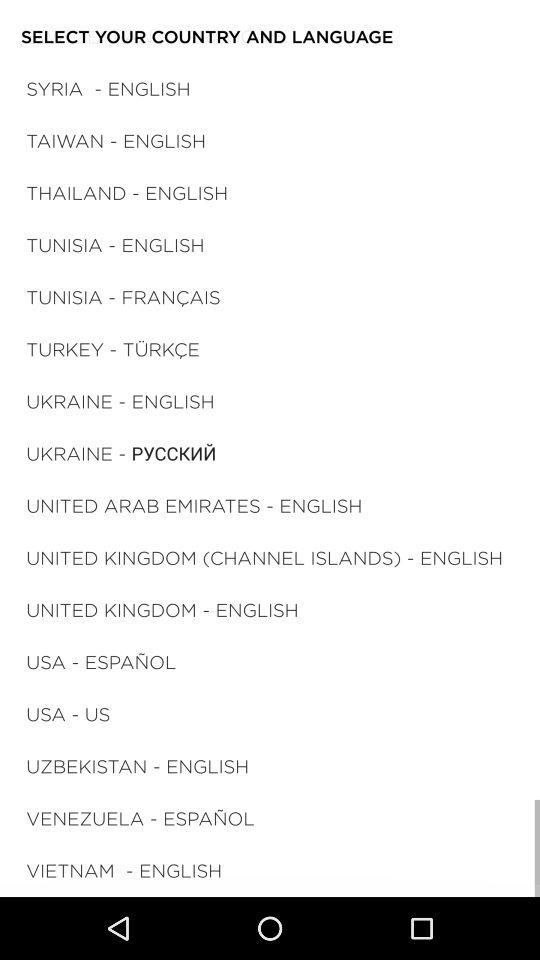  What do you see at coordinates (115, 244) in the screenshot?
I see `the tunisia - english icon` at bounding box center [115, 244].